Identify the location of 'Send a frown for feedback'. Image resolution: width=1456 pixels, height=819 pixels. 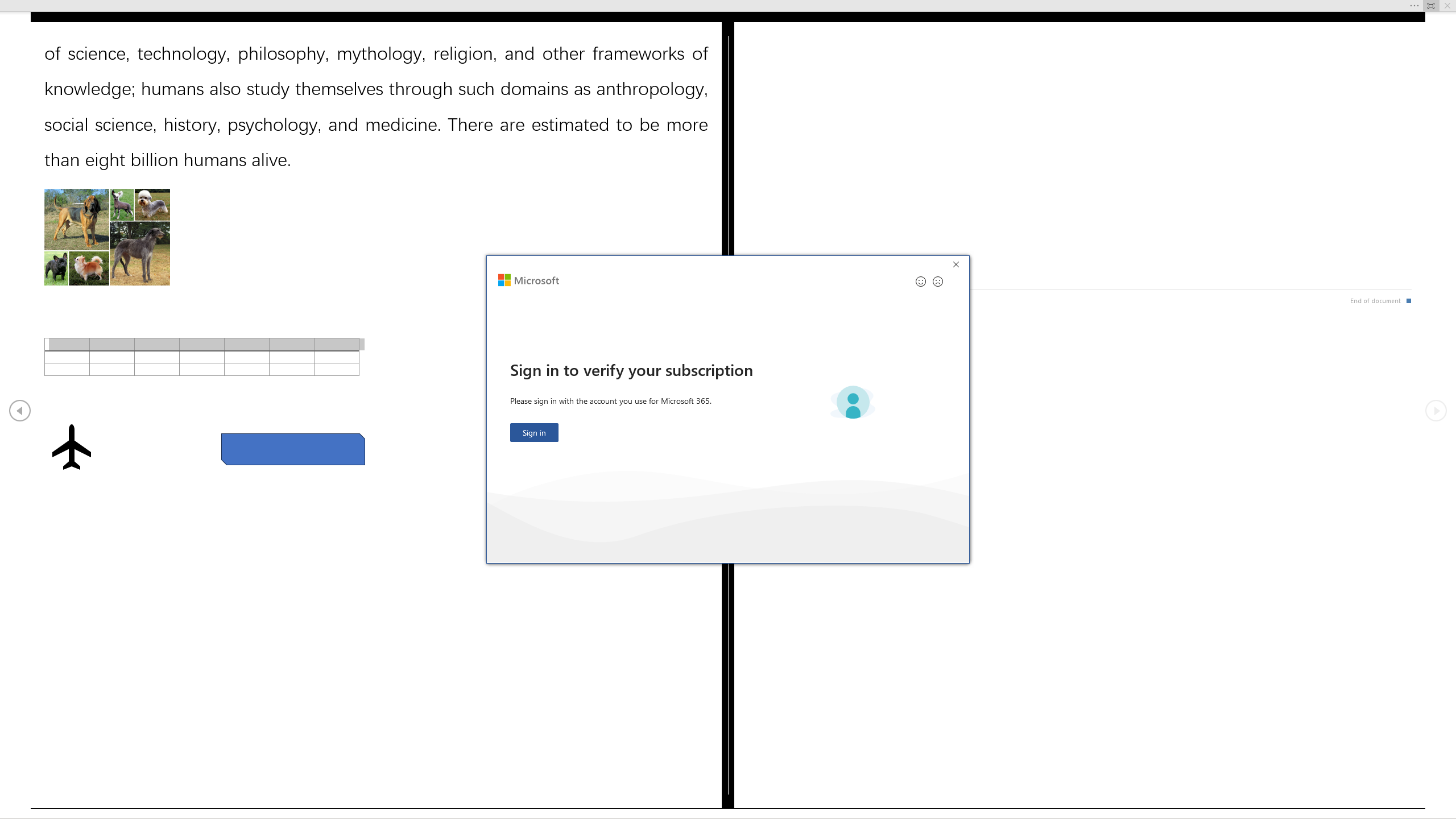
(937, 281).